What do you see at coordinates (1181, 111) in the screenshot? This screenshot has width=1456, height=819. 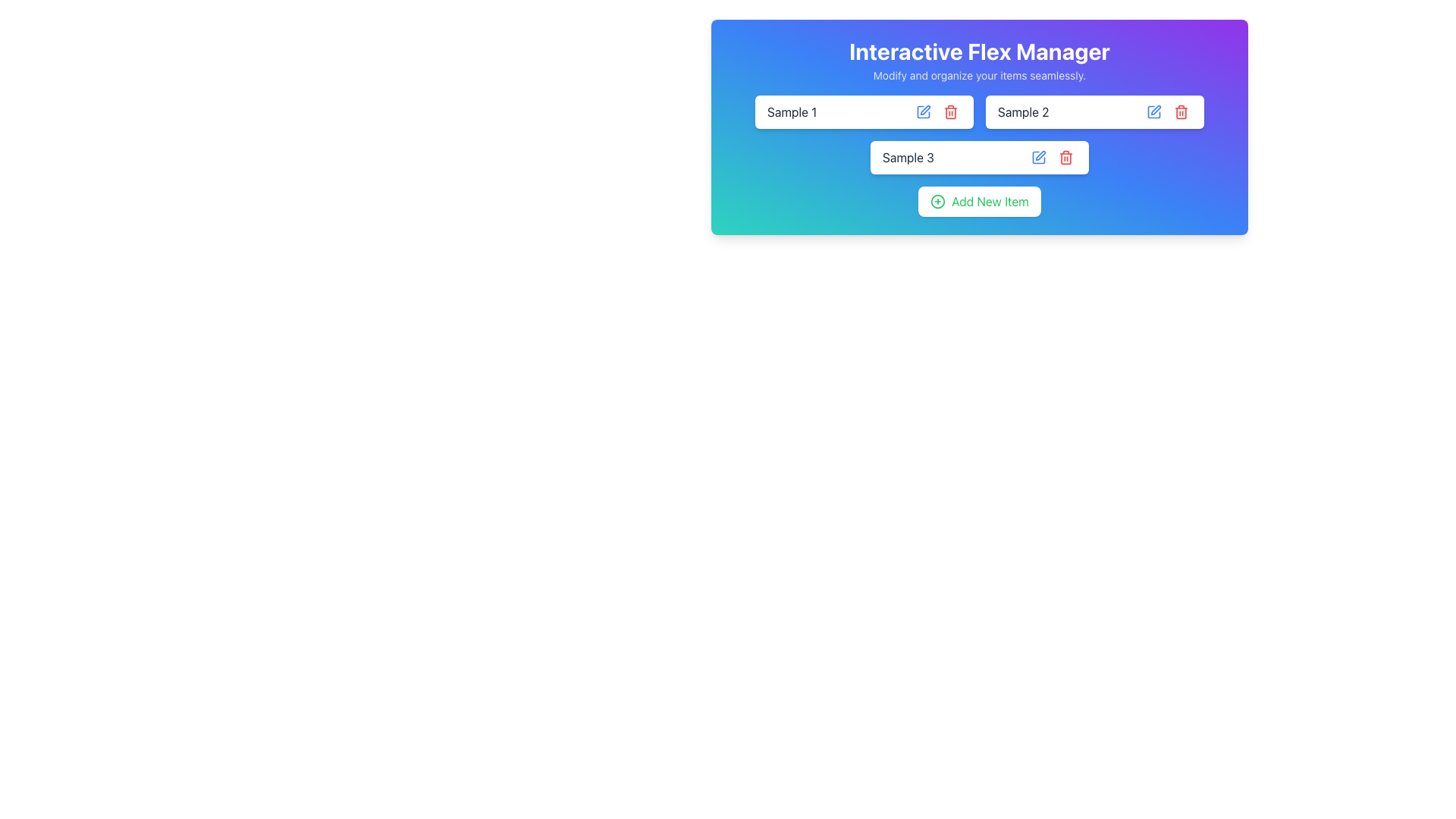 I see `the delete button located to the right of the blue edit button in the second row of entries in the 'Interactive Flex Manager'` at bounding box center [1181, 111].